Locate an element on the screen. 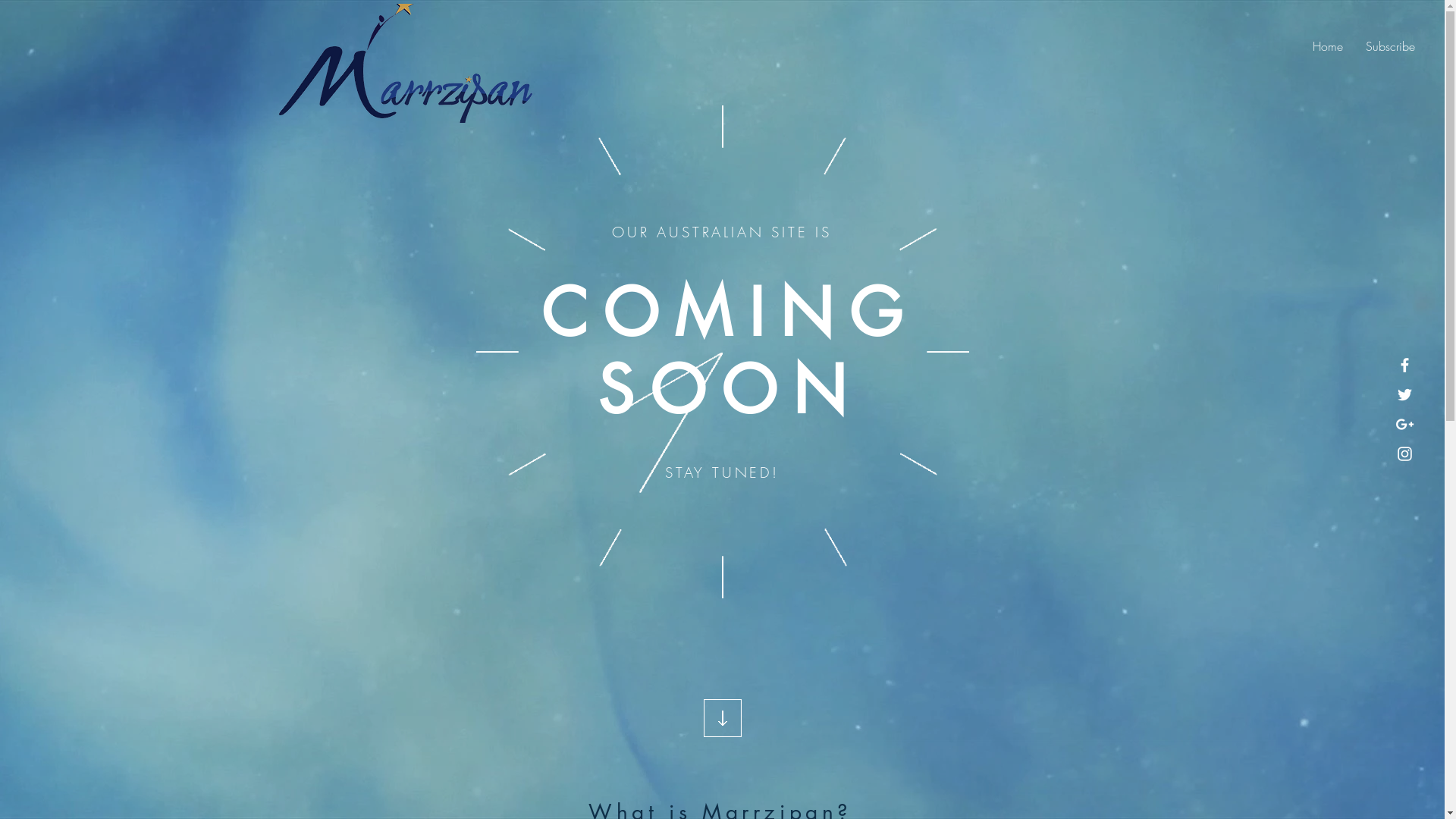 Image resolution: width=1456 pixels, height=819 pixels. 'Subscribe' is located at coordinates (1390, 45).